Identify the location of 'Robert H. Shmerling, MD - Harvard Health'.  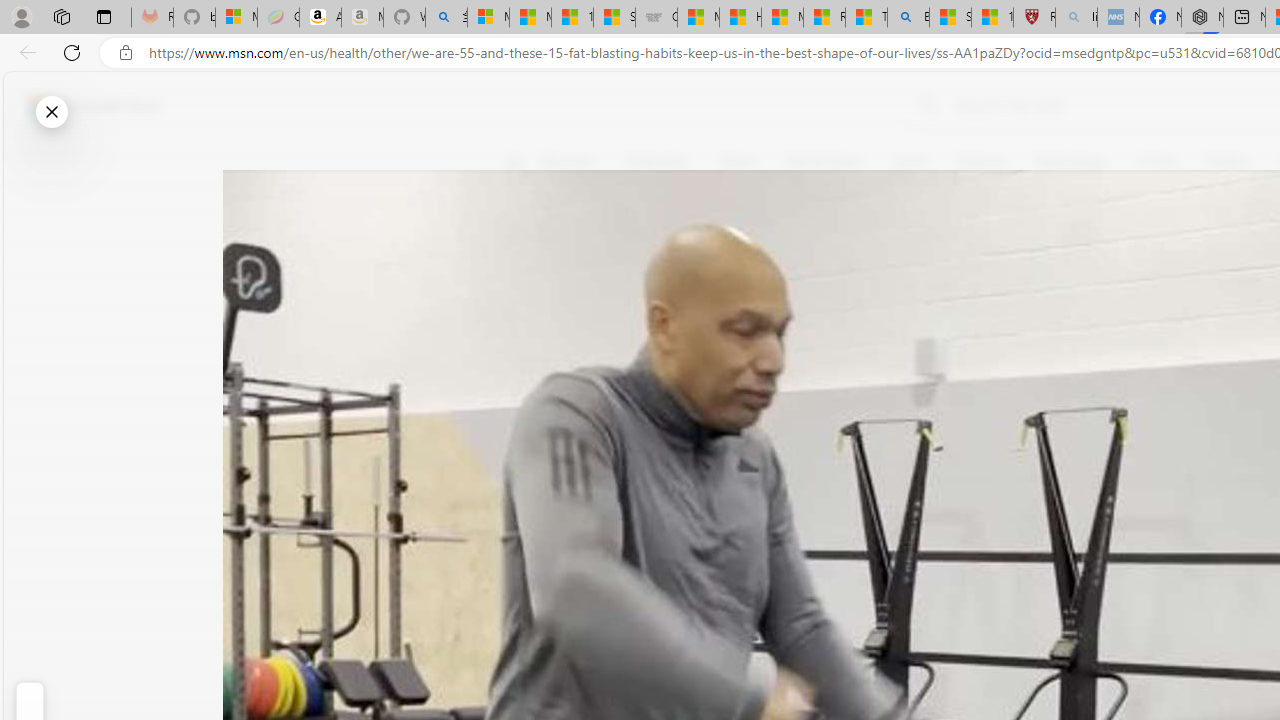
(1034, 17).